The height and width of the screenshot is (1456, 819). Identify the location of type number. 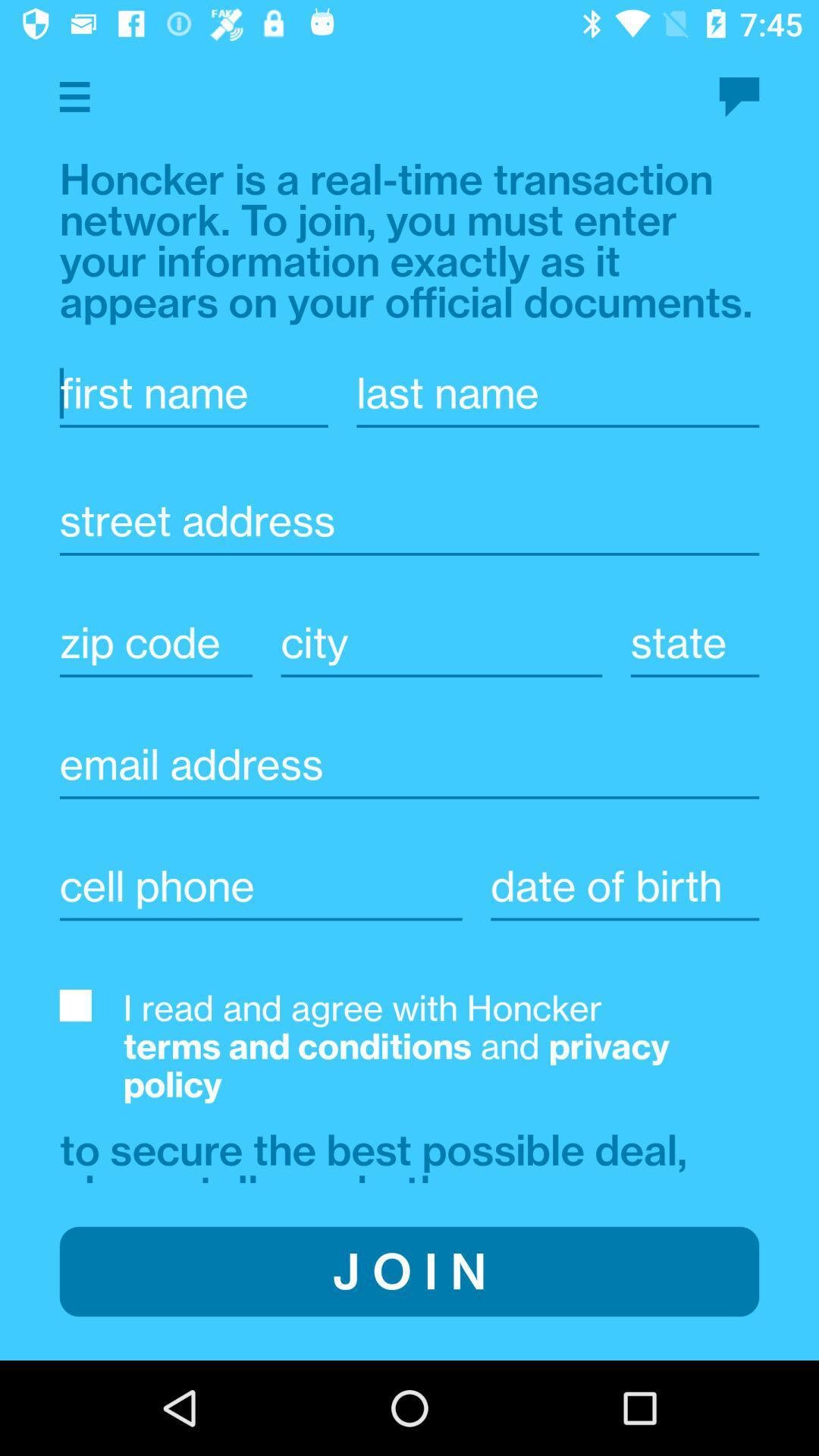
(260, 886).